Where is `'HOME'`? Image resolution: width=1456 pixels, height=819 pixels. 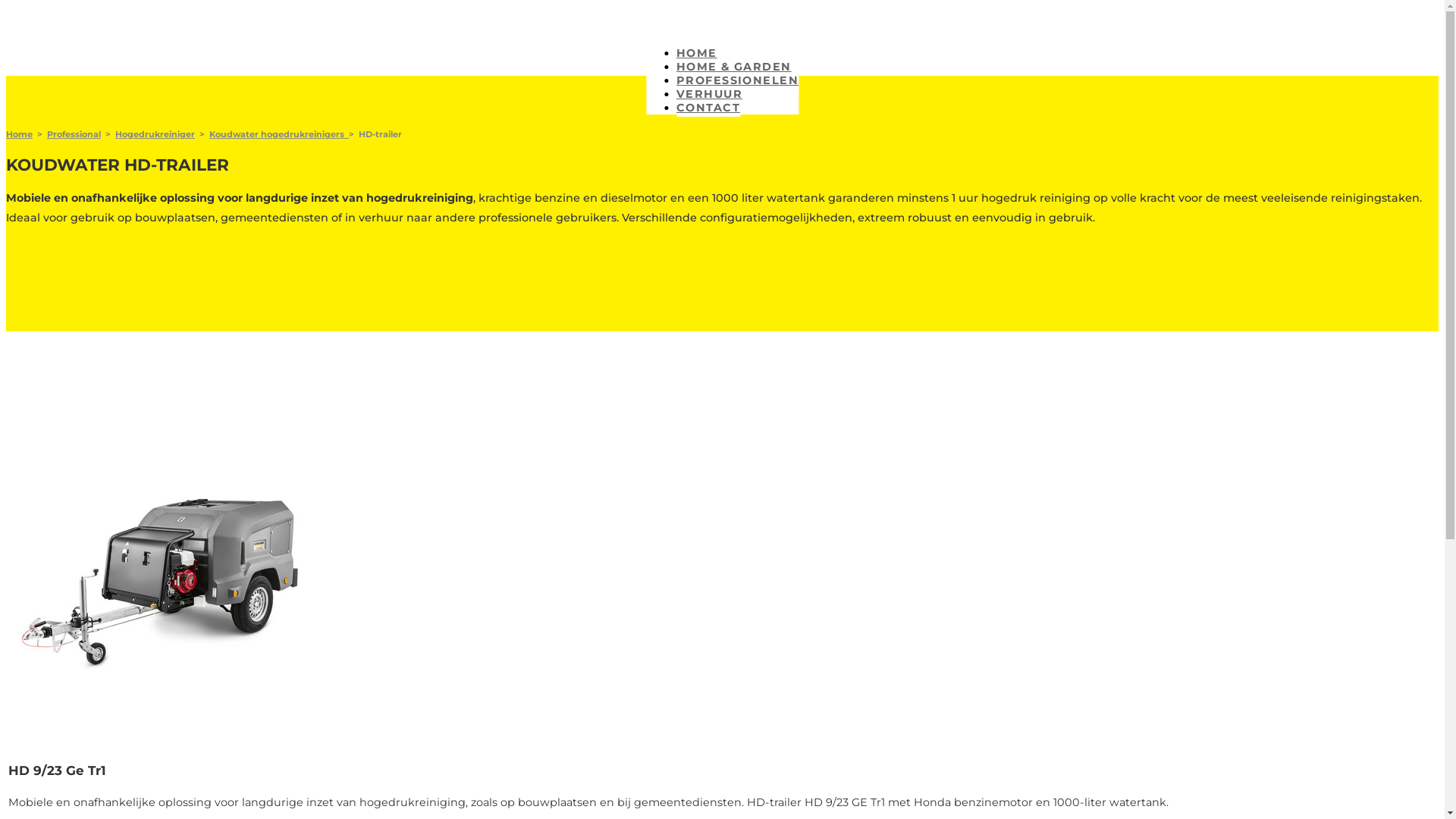 'HOME' is located at coordinates (695, 53).